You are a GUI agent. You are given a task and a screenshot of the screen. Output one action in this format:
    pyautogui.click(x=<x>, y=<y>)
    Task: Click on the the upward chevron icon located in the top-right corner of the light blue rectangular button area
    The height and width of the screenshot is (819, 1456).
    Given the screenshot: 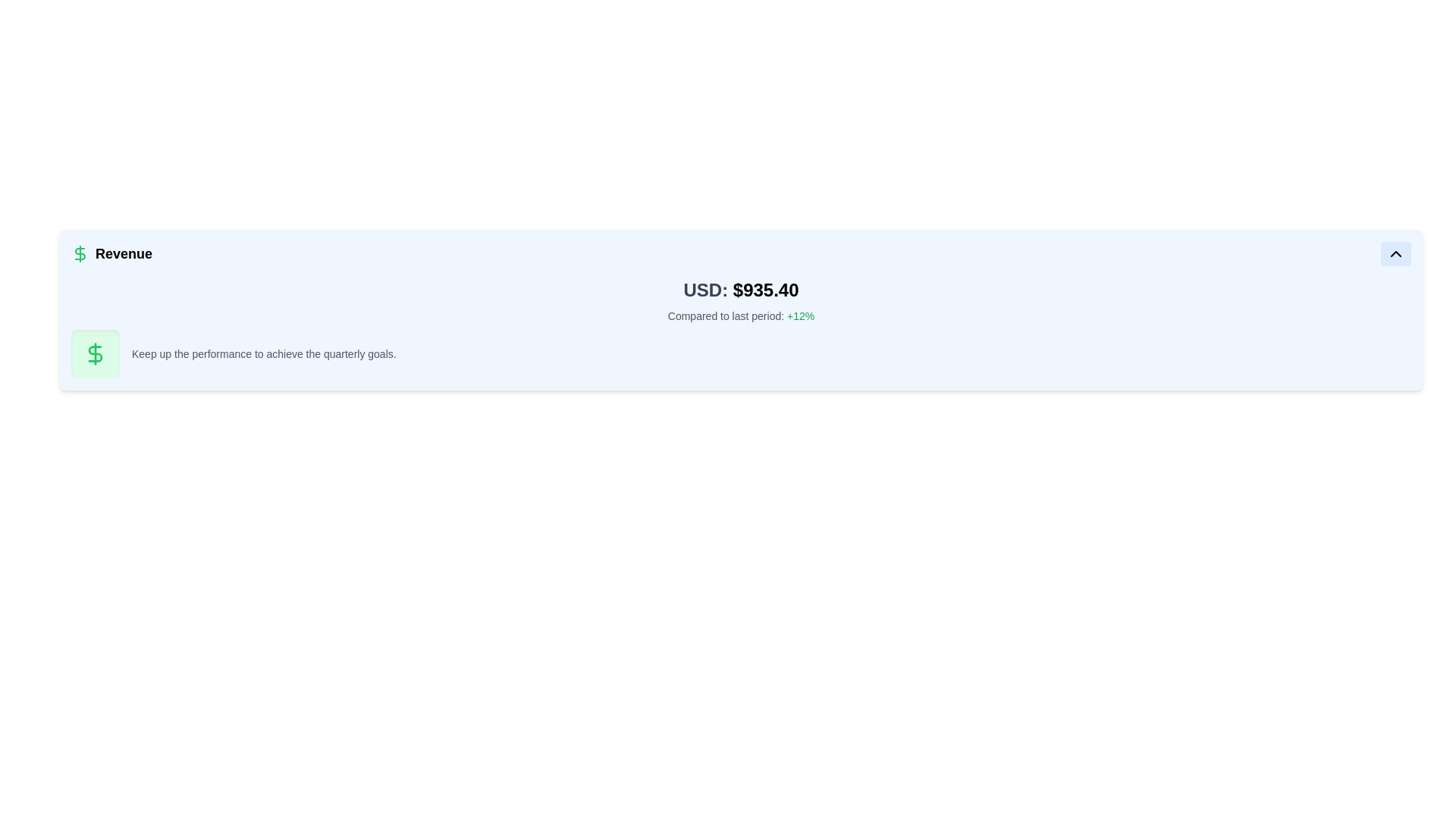 What is the action you would take?
    pyautogui.click(x=1395, y=253)
    